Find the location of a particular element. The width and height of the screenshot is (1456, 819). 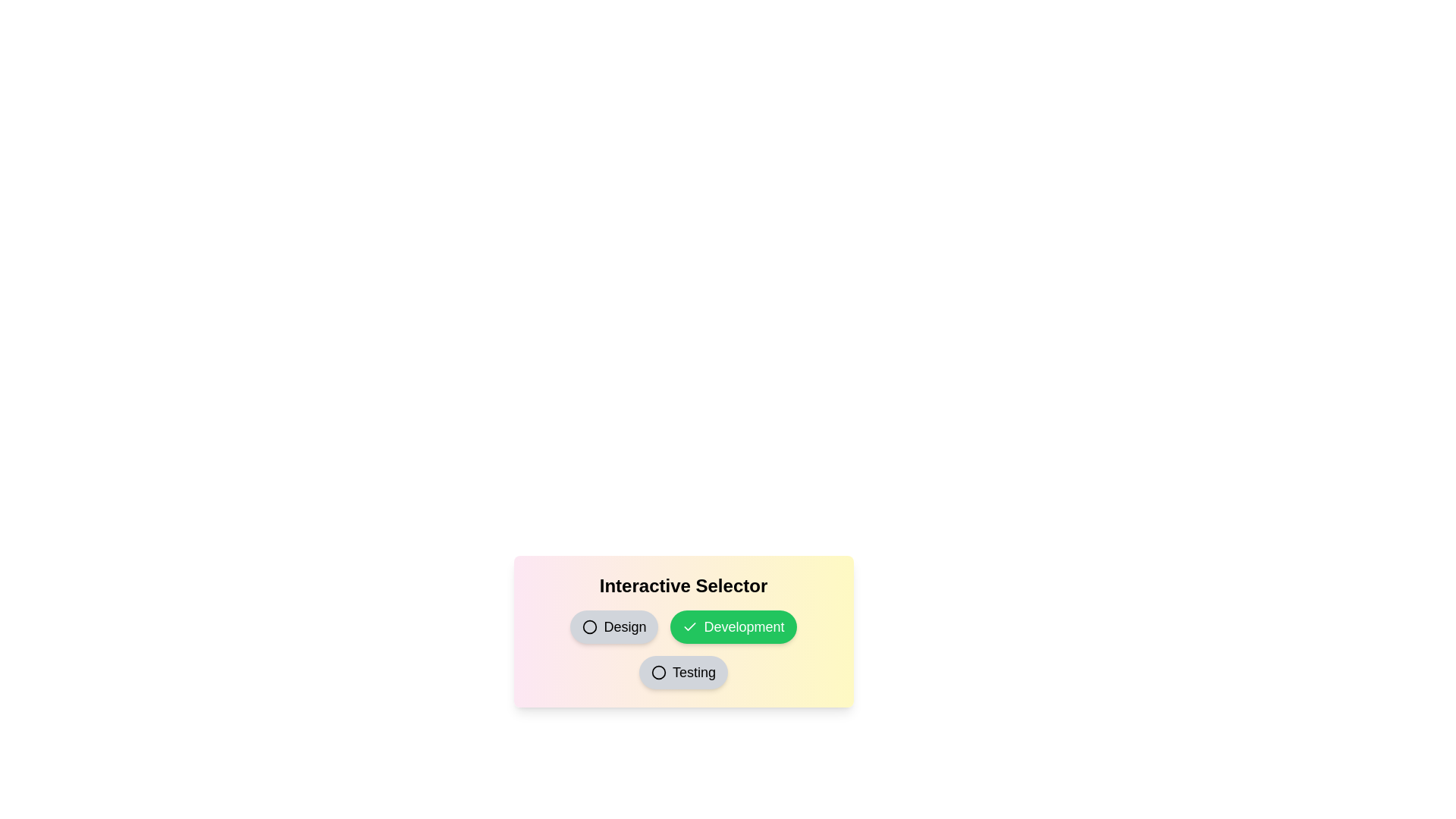

the 'Testing' button to toggle its selection state is located at coordinates (682, 672).